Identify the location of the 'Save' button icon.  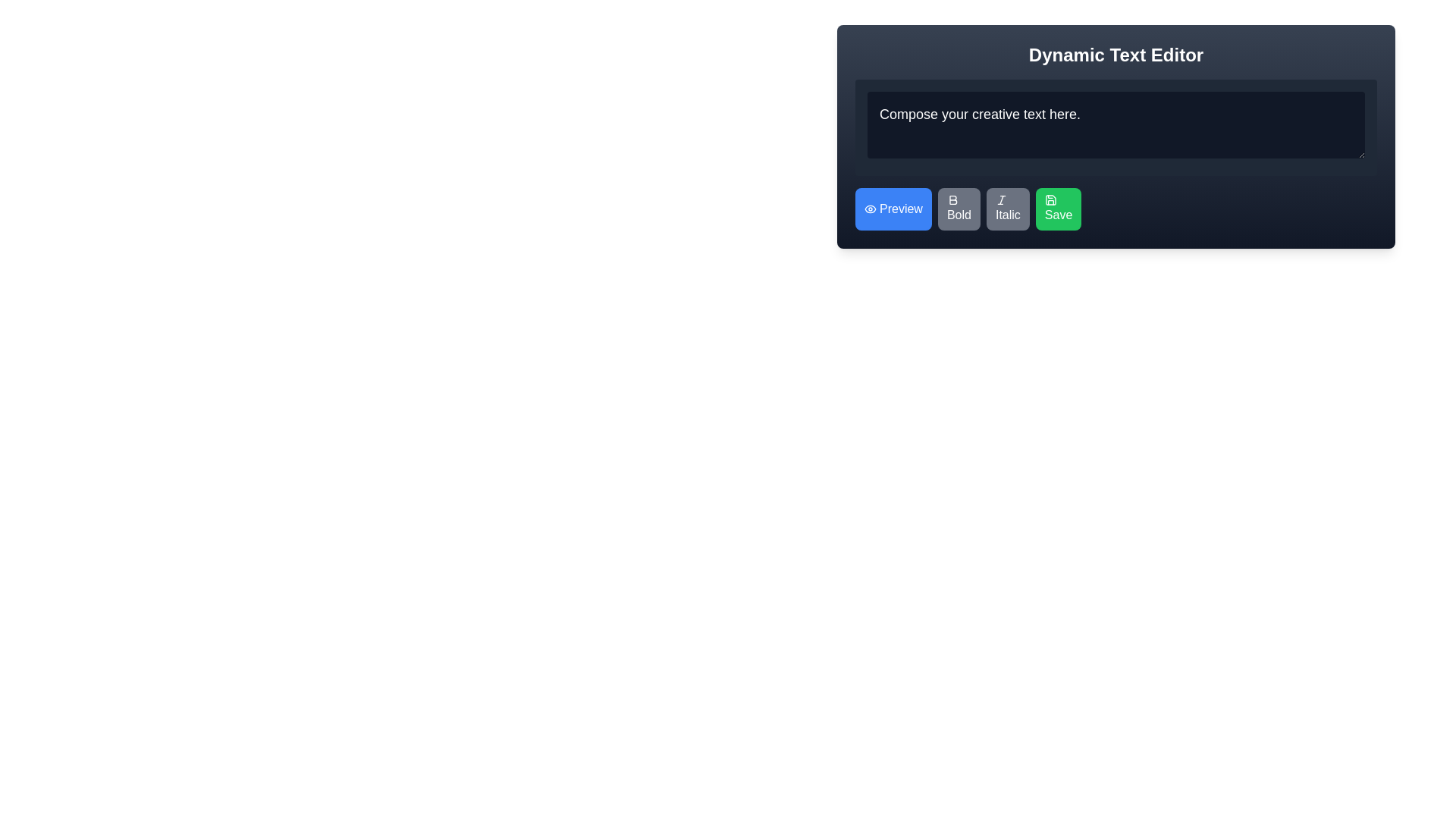
(1050, 199).